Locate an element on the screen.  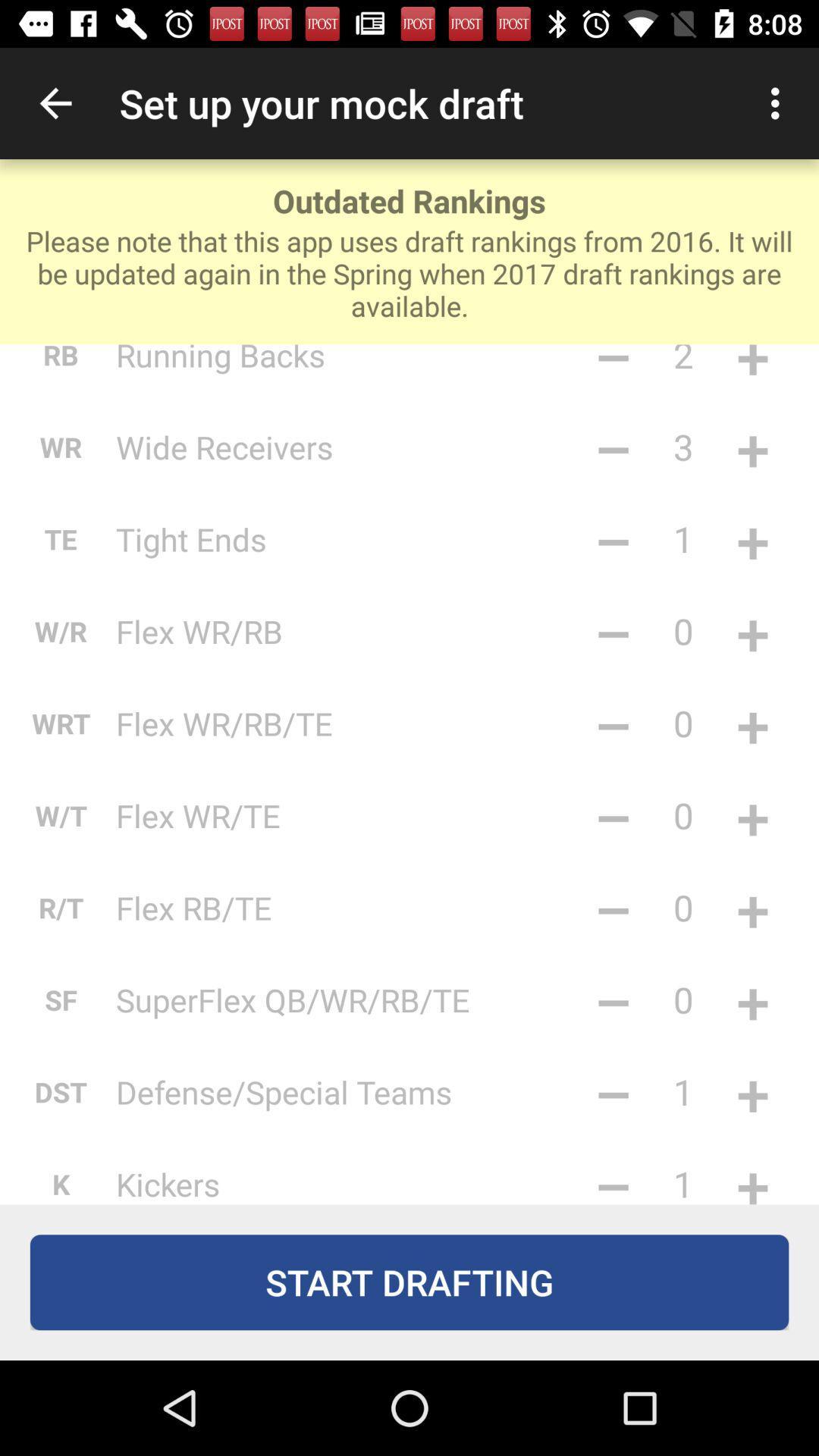
the icon to the left of the kickers item is located at coordinates (60, 1178).